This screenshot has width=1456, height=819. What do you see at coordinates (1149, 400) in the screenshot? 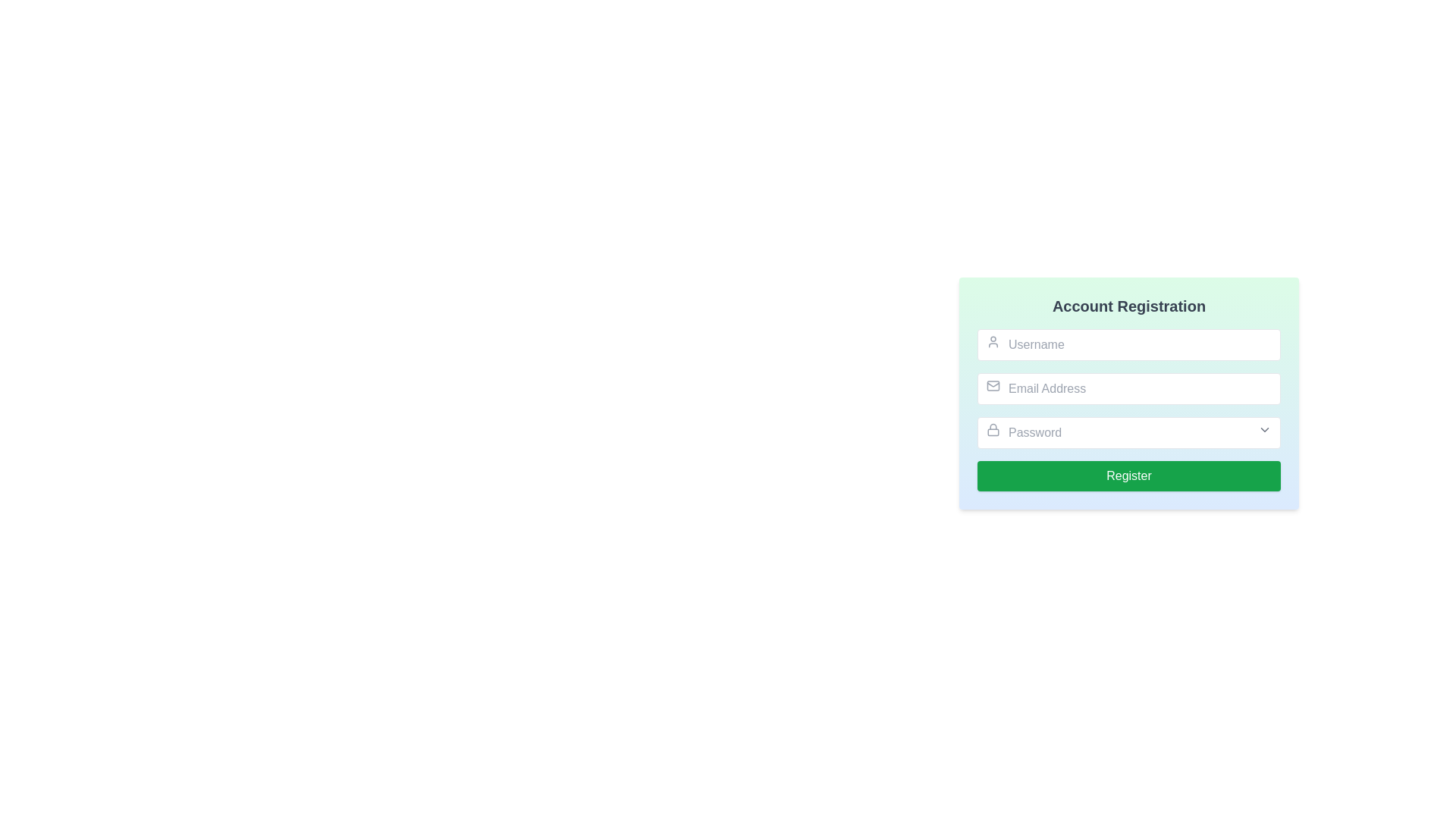
I see `the email input field in the Account Registration form` at bounding box center [1149, 400].